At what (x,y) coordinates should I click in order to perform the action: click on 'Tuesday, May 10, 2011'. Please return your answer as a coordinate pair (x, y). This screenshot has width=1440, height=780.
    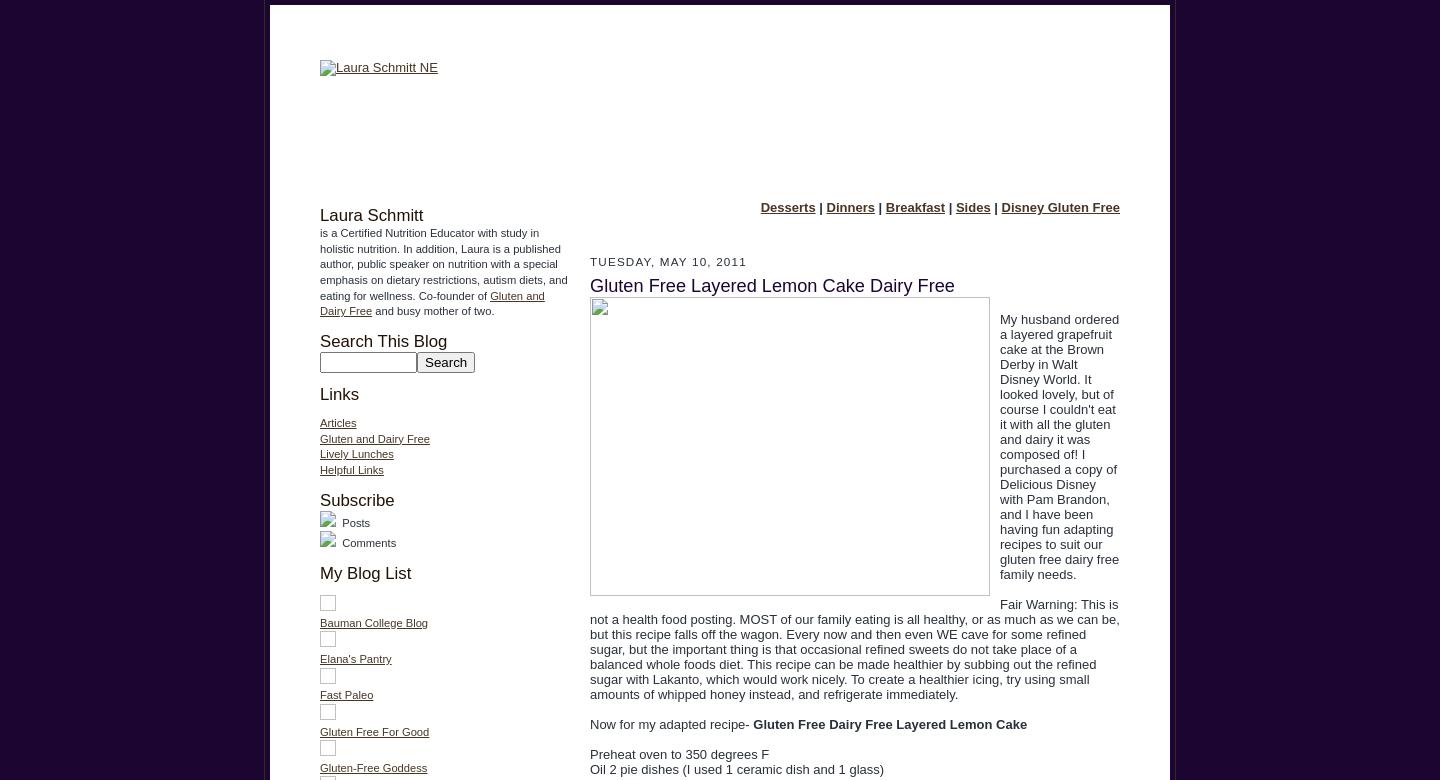
    Looking at the image, I should click on (668, 261).